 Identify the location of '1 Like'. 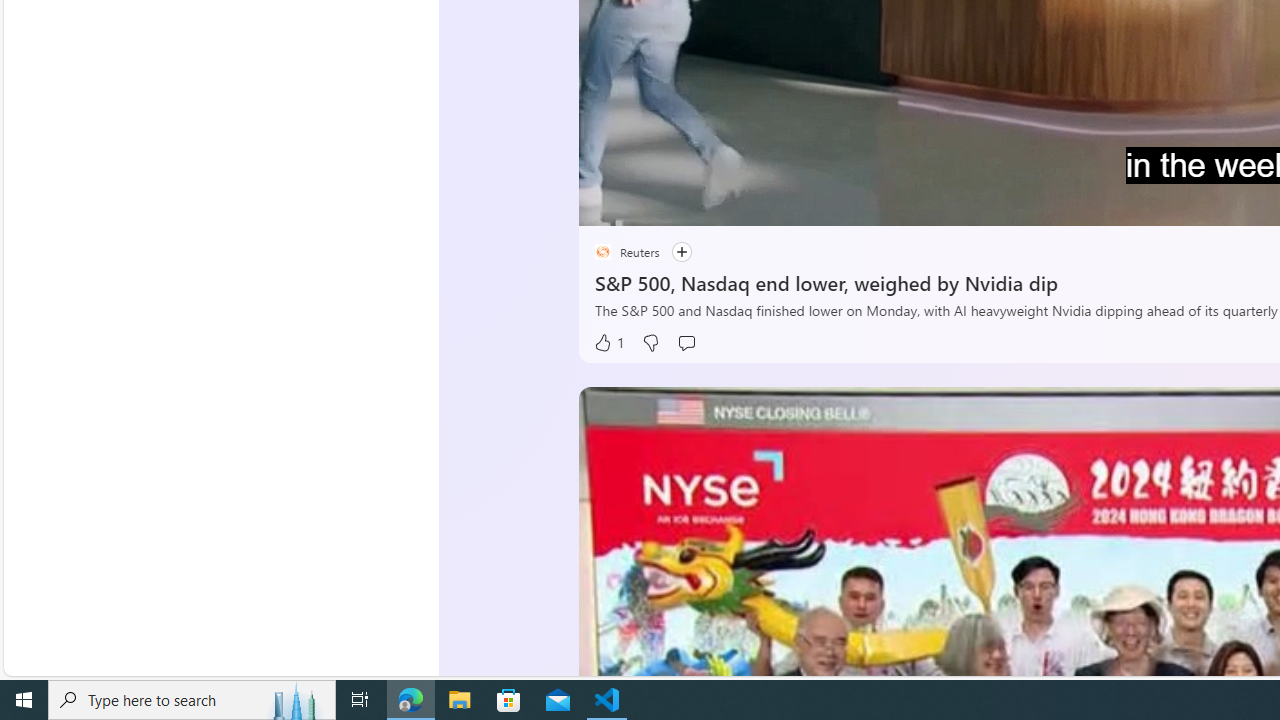
(607, 342).